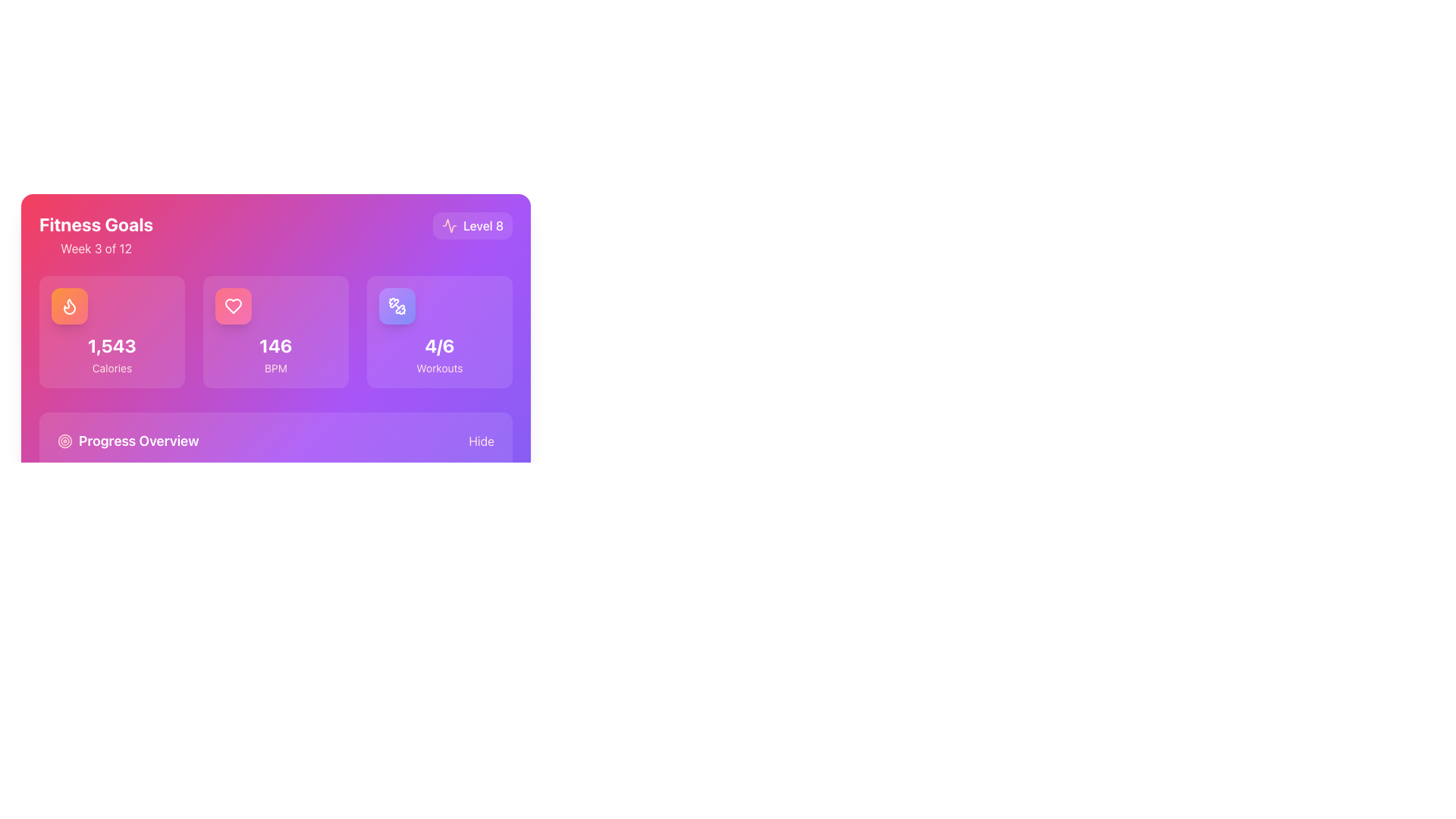 The image size is (1456, 819). Describe the element at coordinates (449, 225) in the screenshot. I see `the fitness icon located to the left of the 'Level 8' text within the upper-right corner of the user's fitness goals card` at that location.